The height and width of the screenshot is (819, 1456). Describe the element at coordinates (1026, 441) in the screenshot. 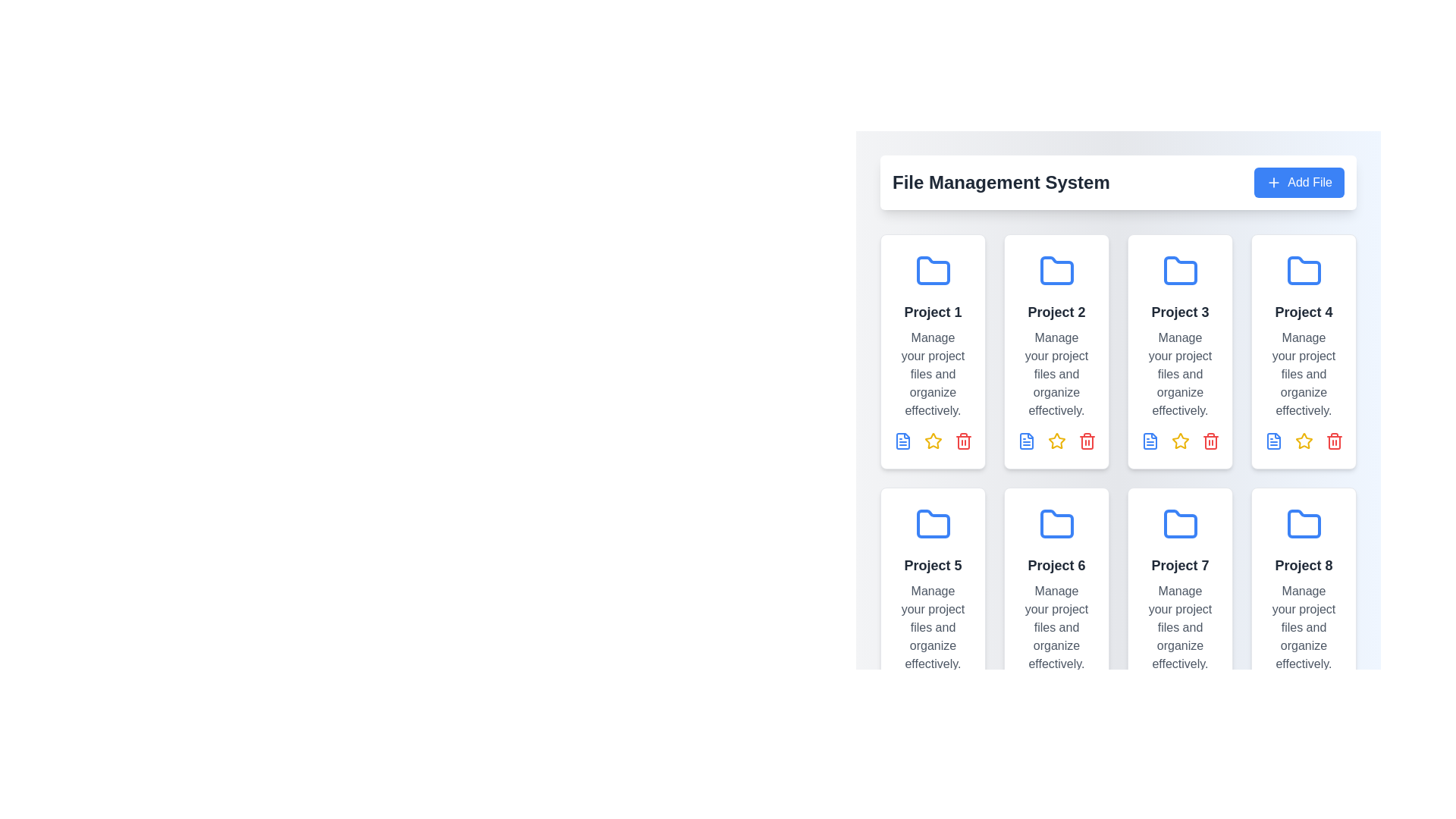

I see `the blue document icon located beneath the Project 2 card, which is the first among three action icons in the grid layout` at that location.